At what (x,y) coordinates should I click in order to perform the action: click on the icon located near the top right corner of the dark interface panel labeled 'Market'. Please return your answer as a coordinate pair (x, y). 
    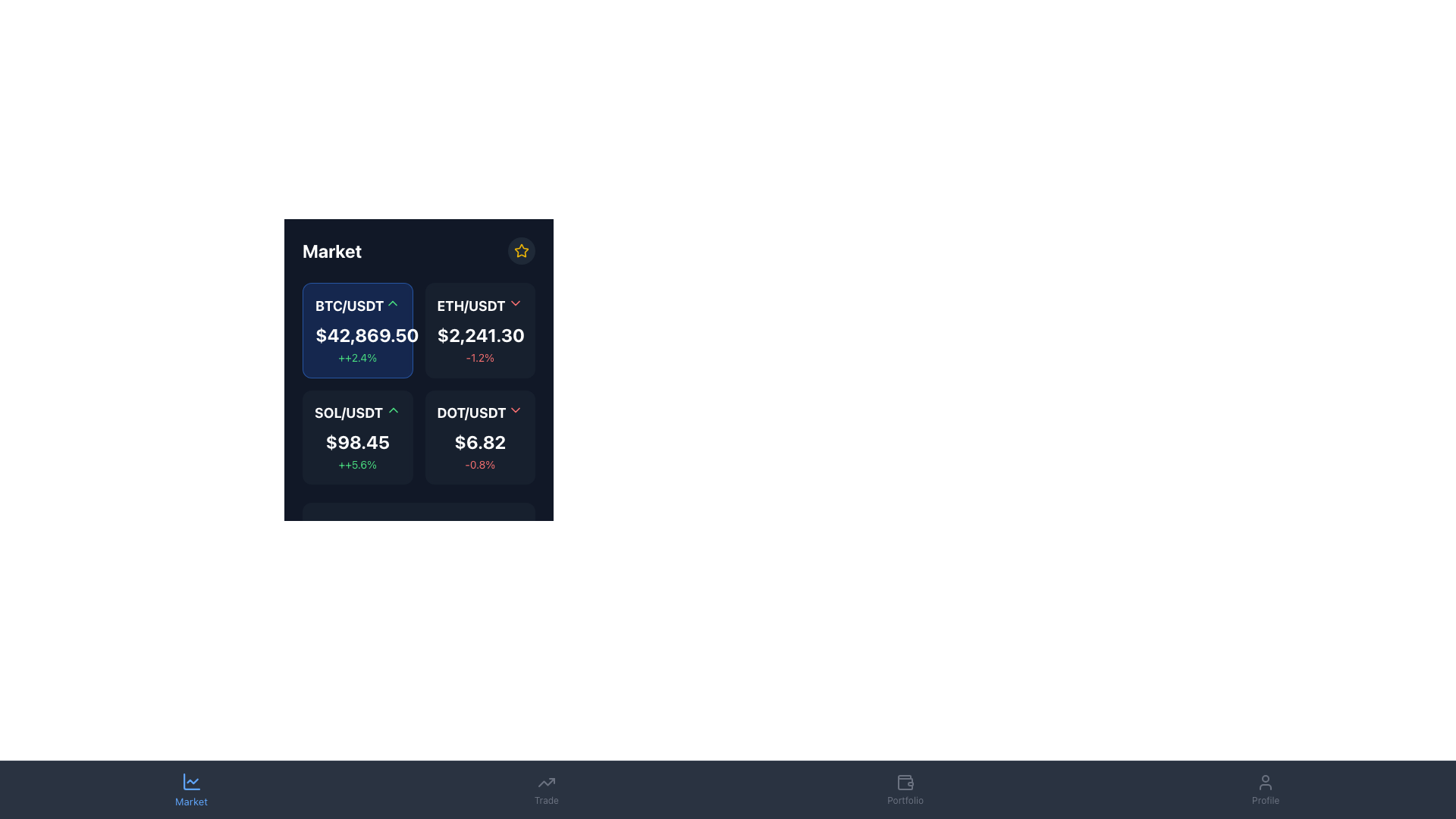
    Looking at the image, I should click on (521, 249).